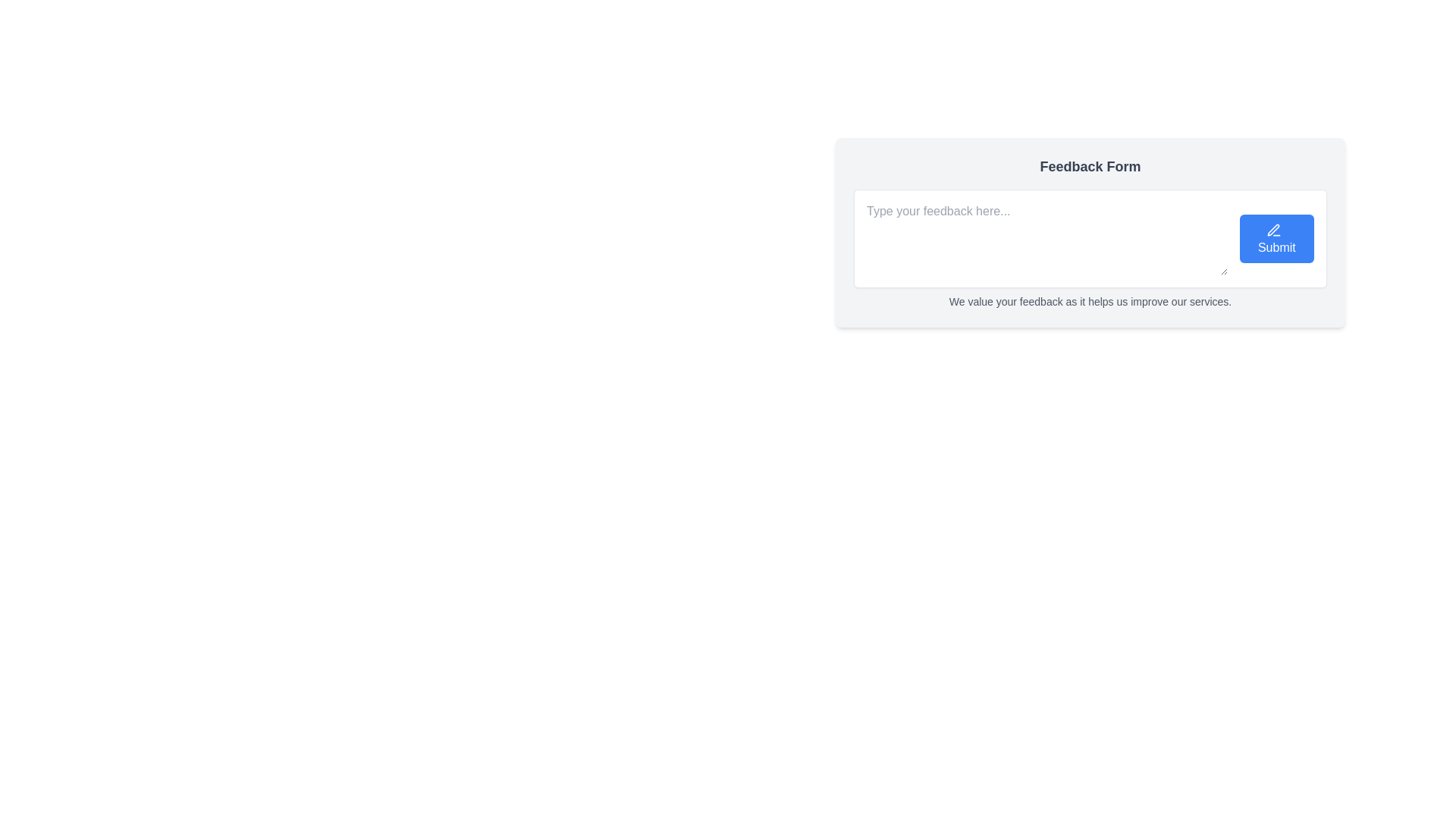 This screenshot has height=819, width=1456. Describe the element at coordinates (1273, 230) in the screenshot. I see `the pen icon located on the left side of the 'Submit' button, which has a blue circular background with a white stroke` at that location.